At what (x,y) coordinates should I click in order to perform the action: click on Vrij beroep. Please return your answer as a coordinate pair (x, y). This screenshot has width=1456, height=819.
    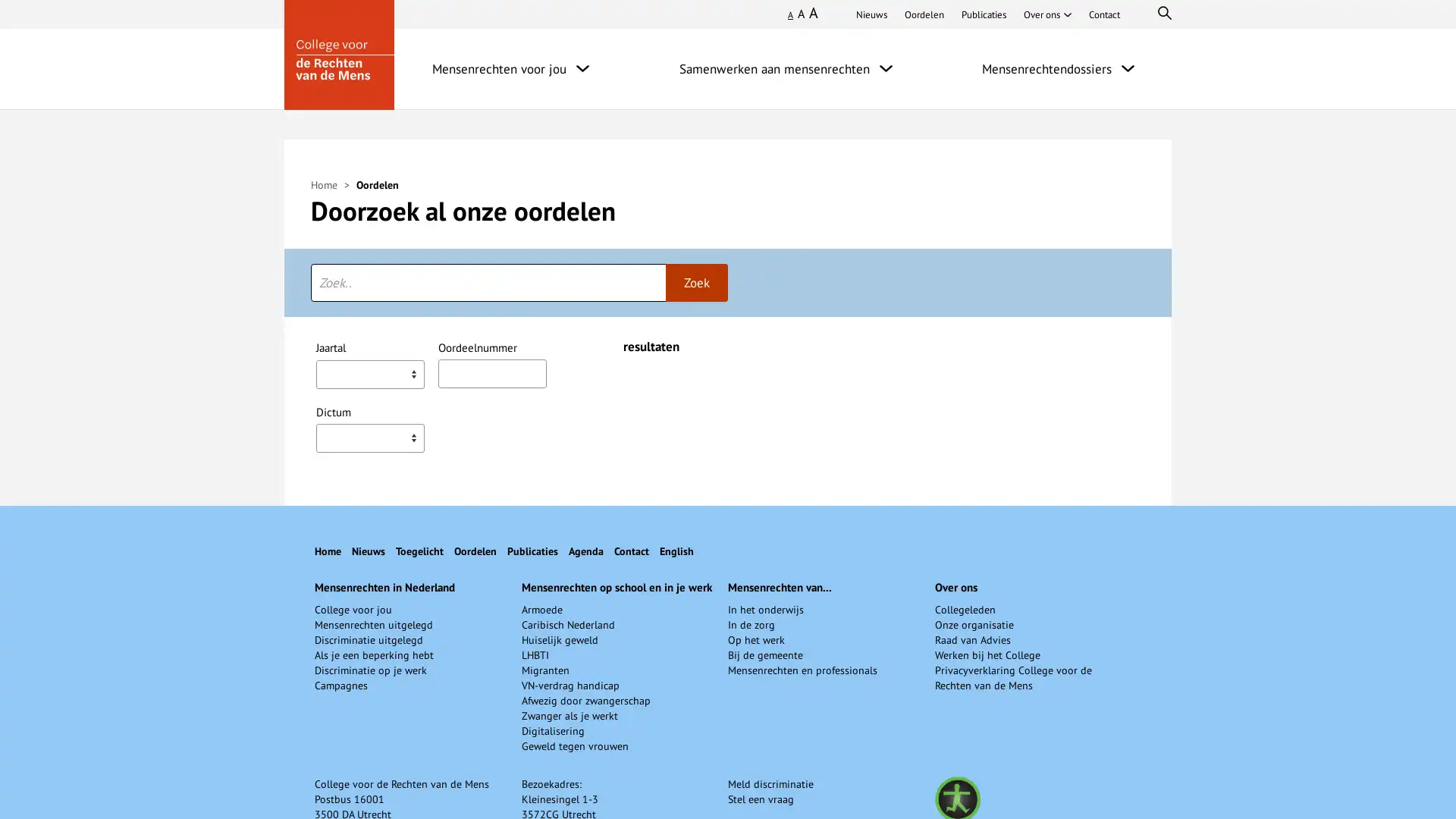
    Looking at the image, I should click on (813, 461).